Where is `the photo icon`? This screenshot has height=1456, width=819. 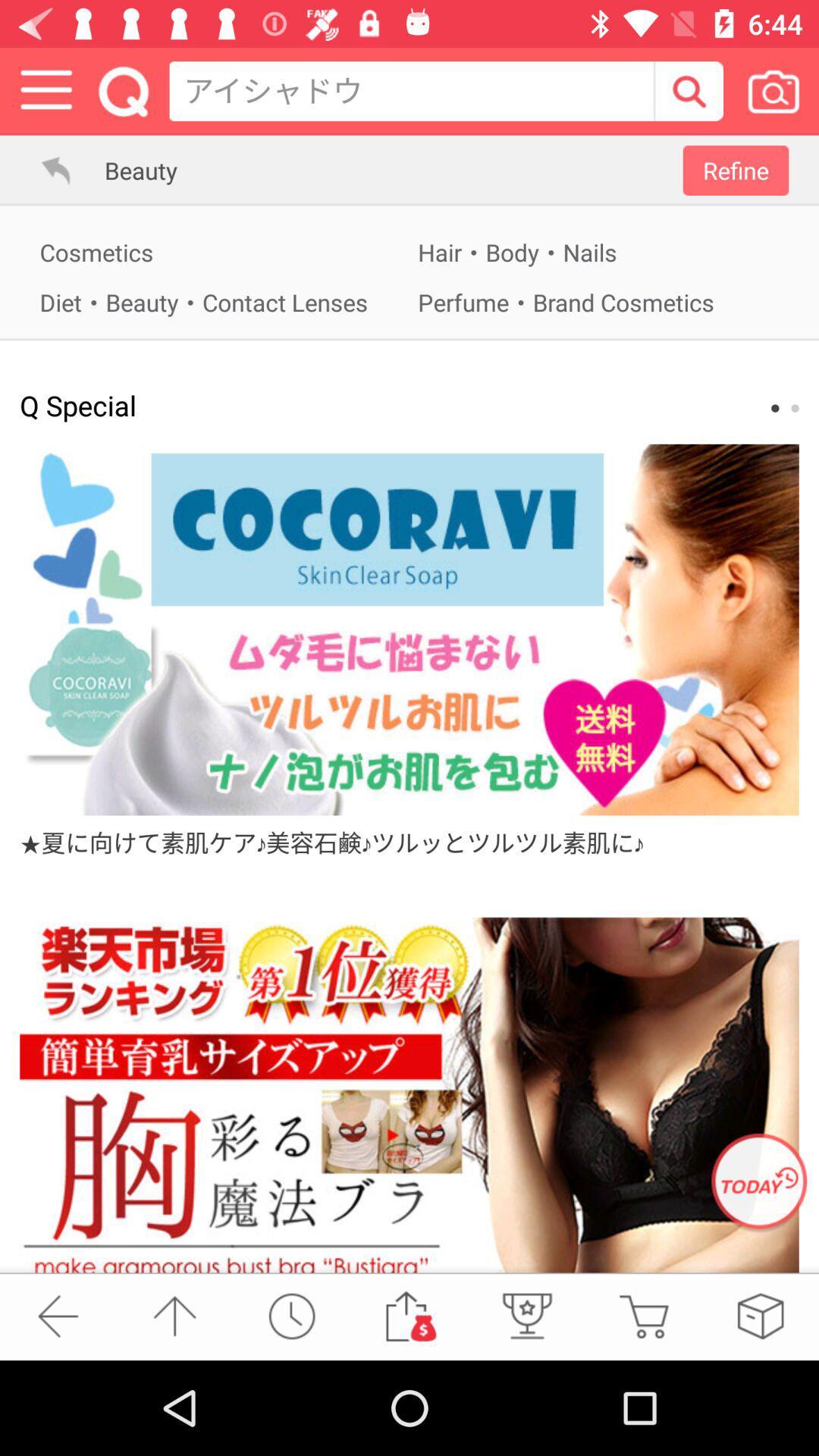 the photo icon is located at coordinates (773, 90).